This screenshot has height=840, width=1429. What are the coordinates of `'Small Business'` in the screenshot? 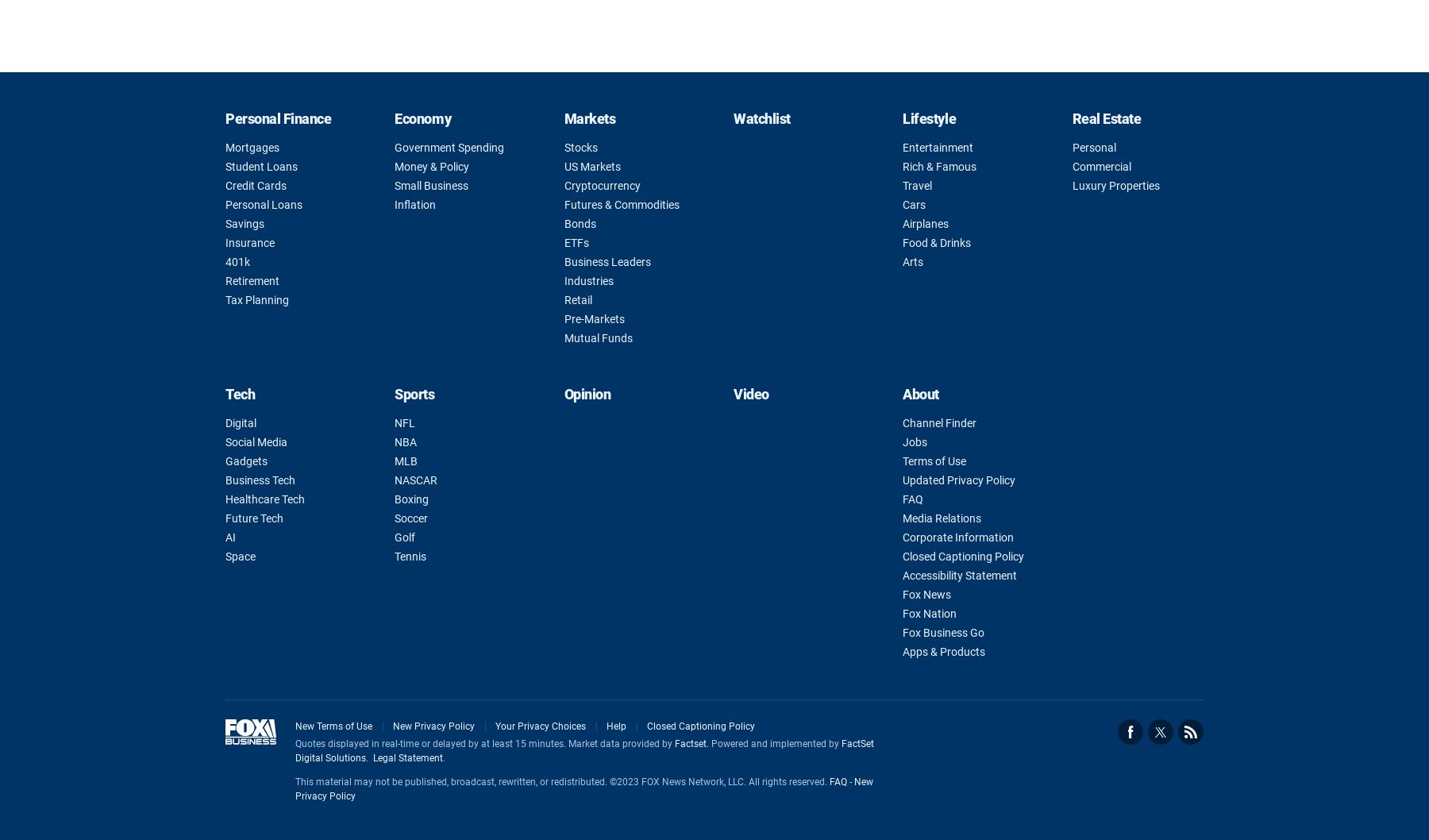 It's located at (393, 186).